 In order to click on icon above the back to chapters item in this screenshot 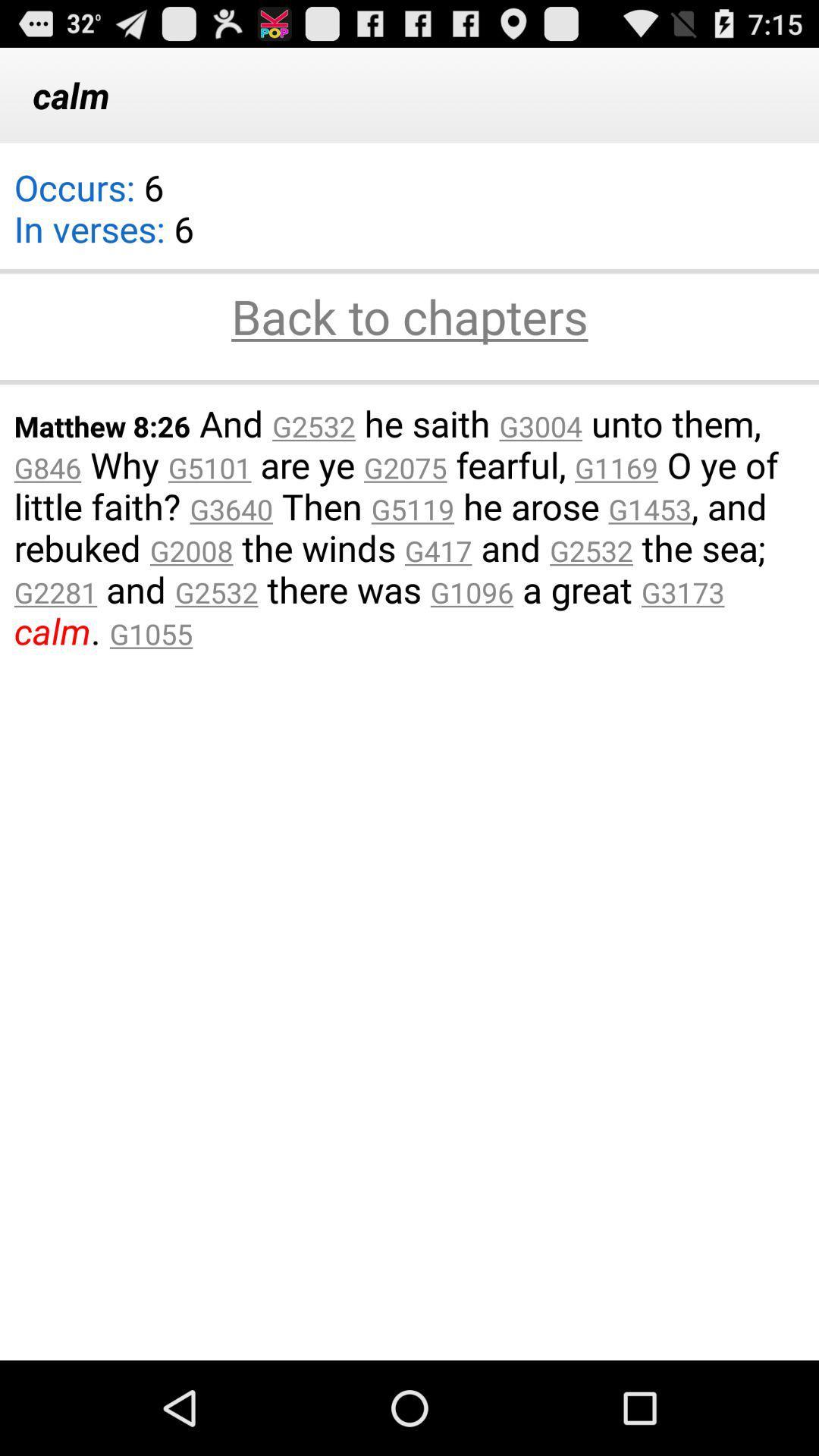, I will do `click(103, 217)`.